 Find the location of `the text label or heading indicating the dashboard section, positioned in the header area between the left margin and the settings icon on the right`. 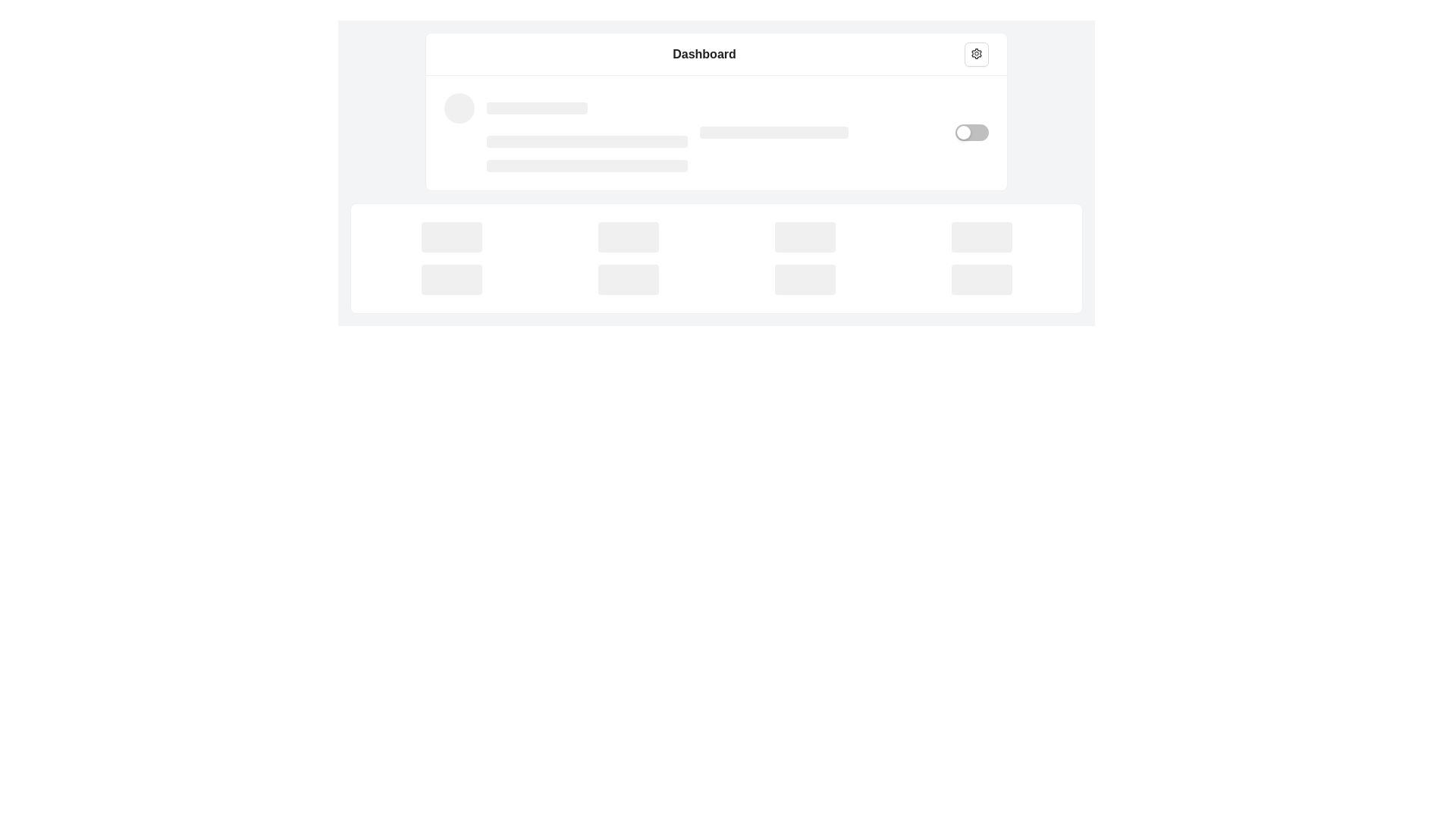

the text label or heading indicating the dashboard section, positioned in the header area between the left margin and the settings icon on the right is located at coordinates (704, 52).